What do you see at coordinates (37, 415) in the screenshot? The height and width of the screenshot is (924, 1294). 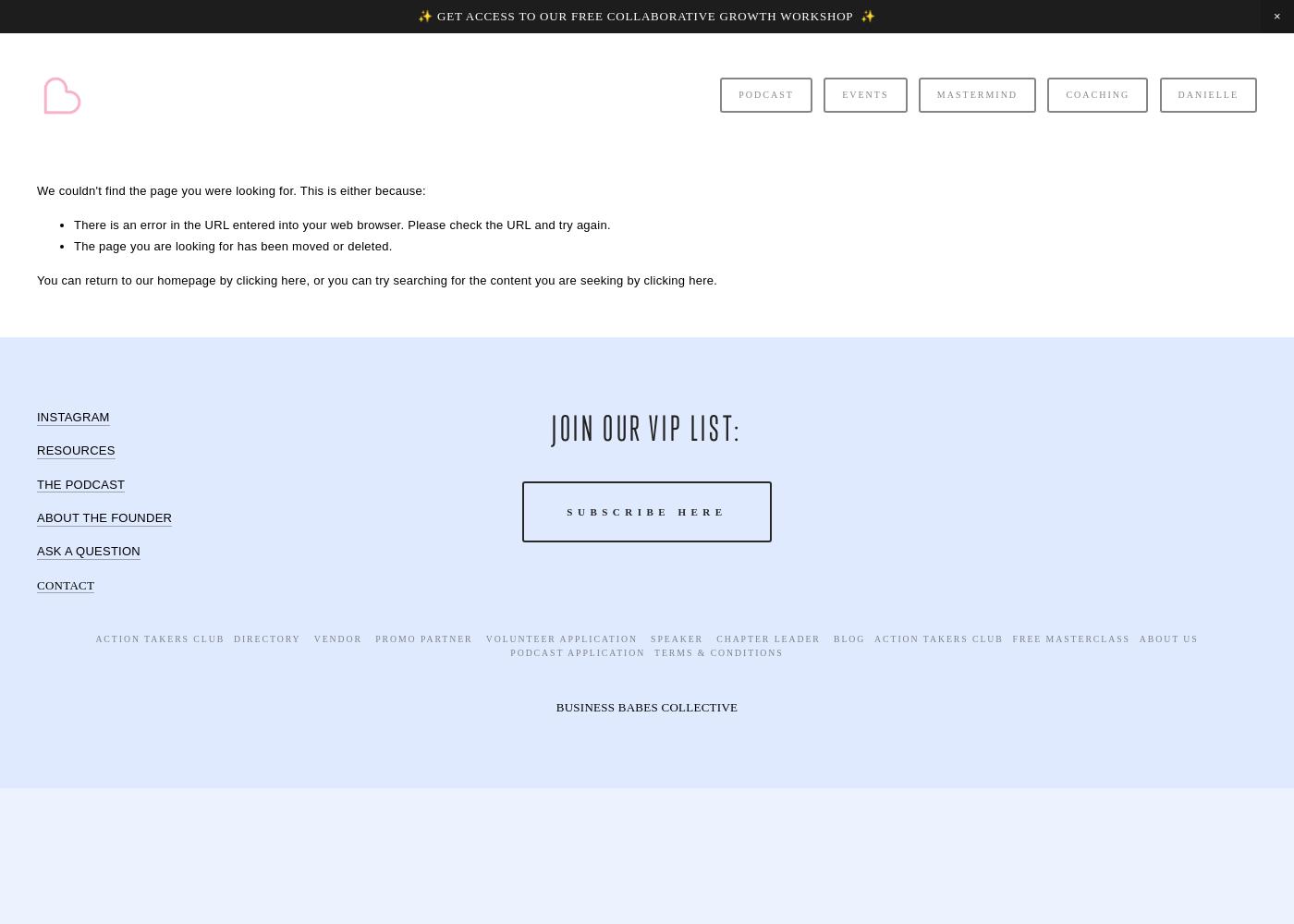 I see `'INSTAGRAM'` at bounding box center [37, 415].